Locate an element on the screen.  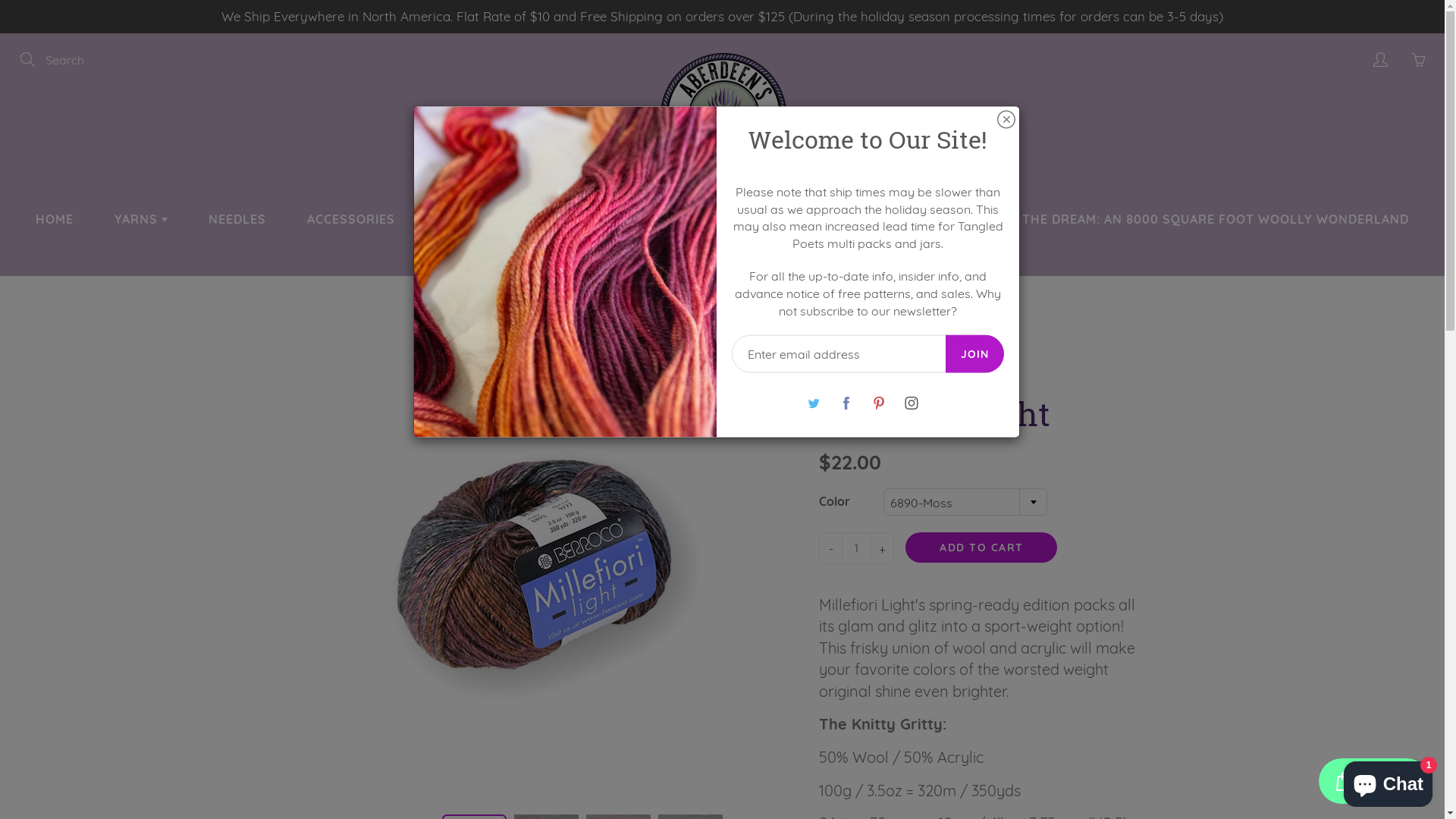
'+' is located at coordinates (871, 548).